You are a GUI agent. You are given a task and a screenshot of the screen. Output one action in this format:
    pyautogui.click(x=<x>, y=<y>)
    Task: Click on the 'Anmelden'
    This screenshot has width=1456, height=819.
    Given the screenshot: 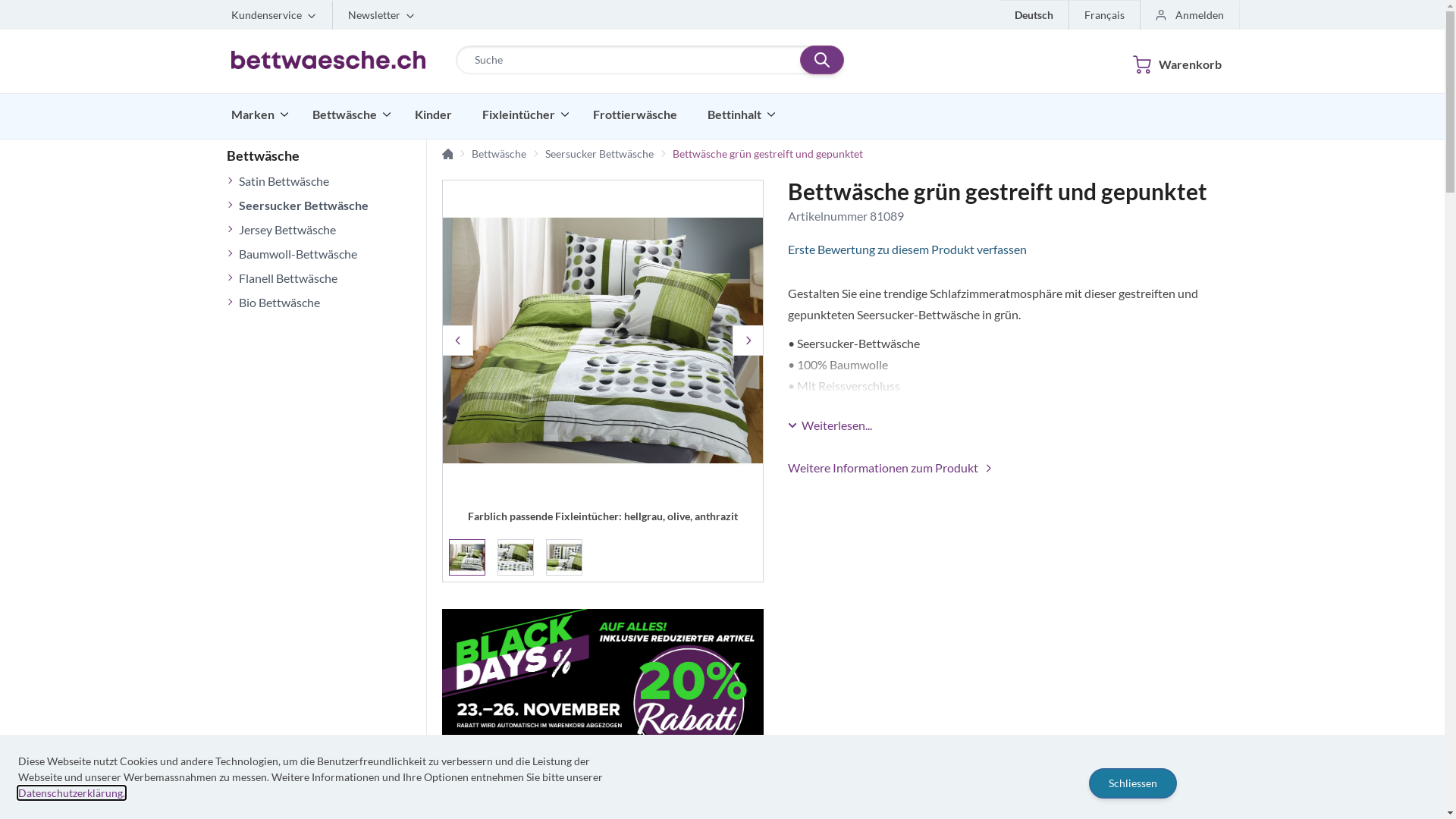 What is the action you would take?
    pyautogui.click(x=1189, y=14)
    